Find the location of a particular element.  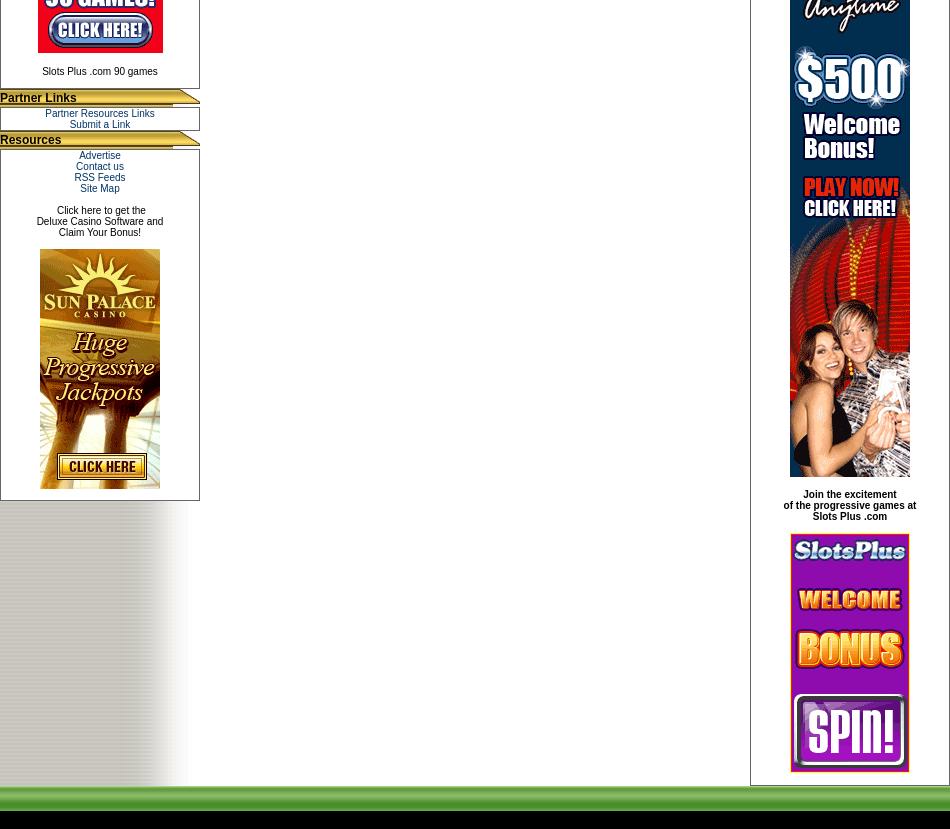

'Partner Resources Links' is located at coordinates (99, 113).